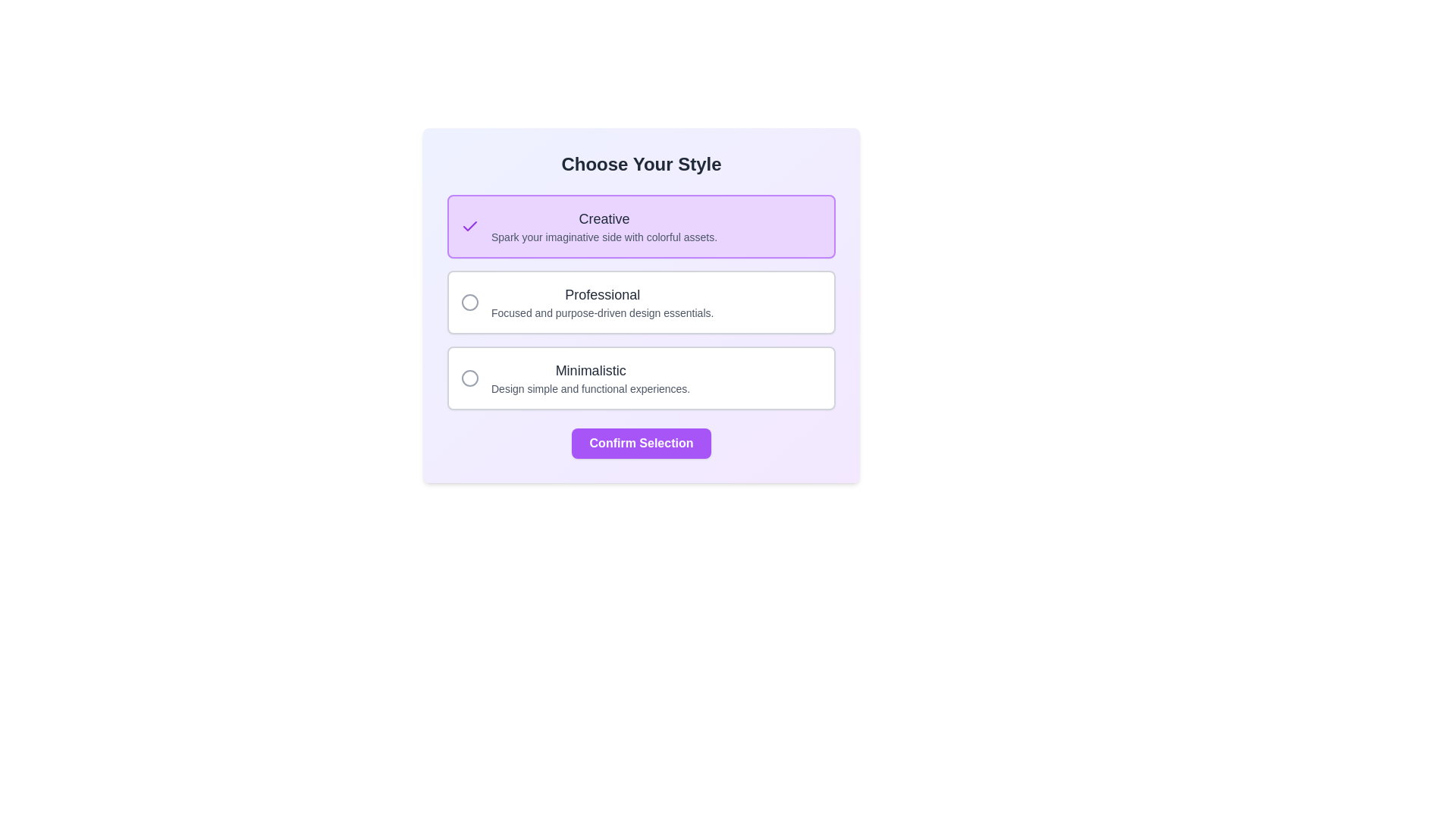  Describe the element at coordinates (469, 226) in the screenshot. I see `the Checkmark graphic indicating the selection status of the 'Creative' style option, located in the top-left quadrant of the option box` at that location.